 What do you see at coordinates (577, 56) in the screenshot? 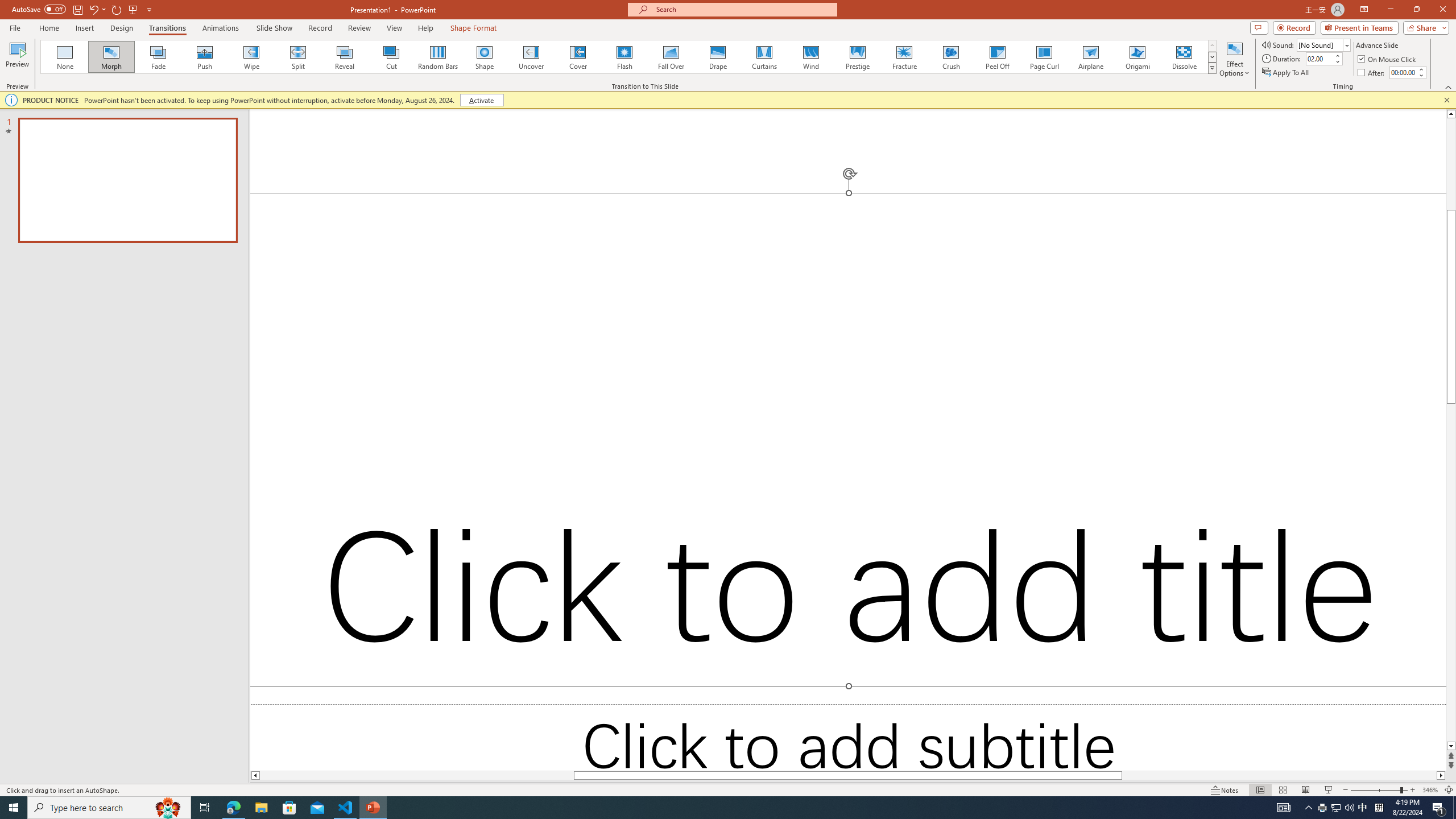
I see `'Cover'` at bounding box center [577, 56].